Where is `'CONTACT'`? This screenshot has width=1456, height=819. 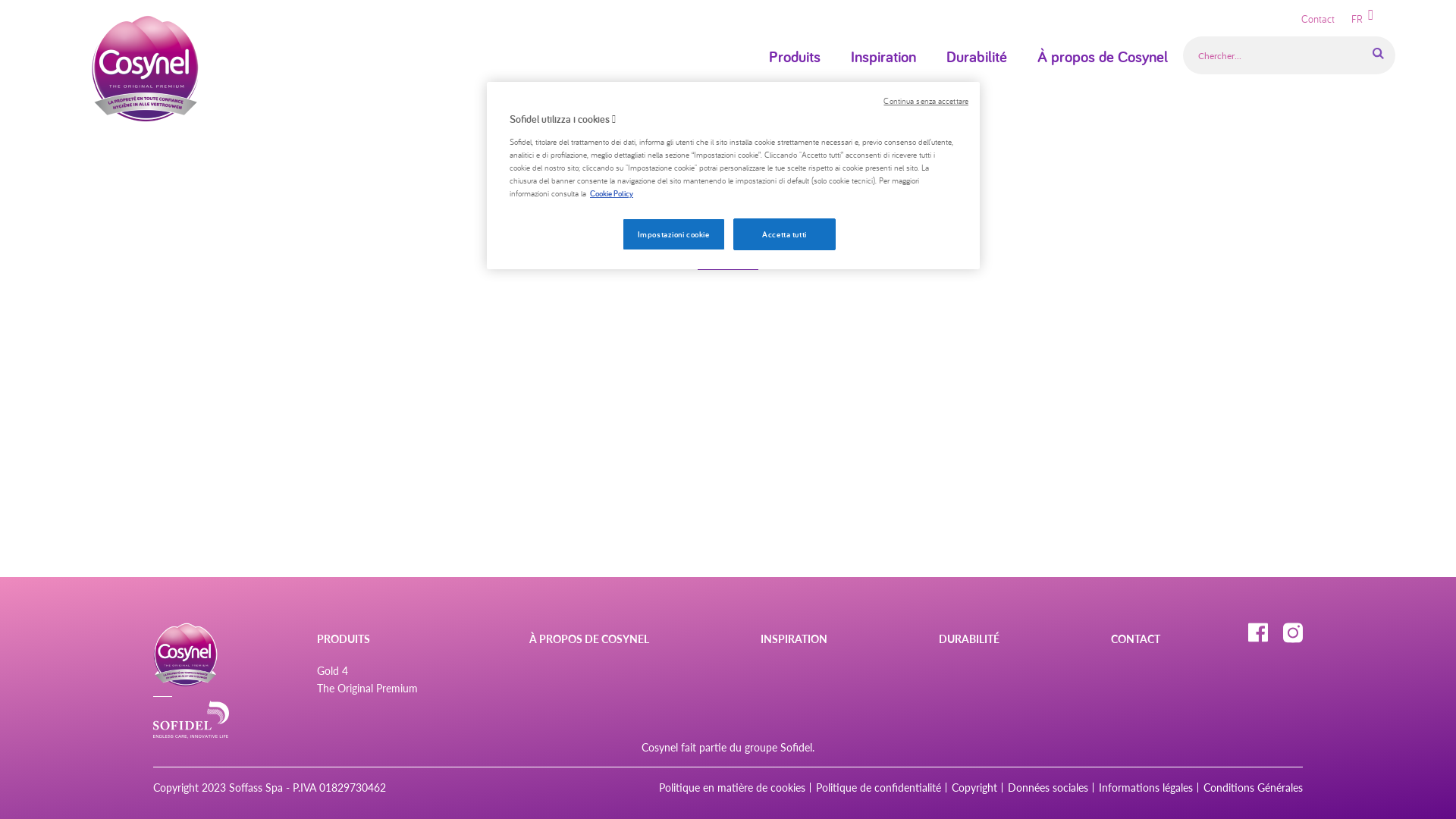
'CONTACT' is located at coordinates (1135, 639).